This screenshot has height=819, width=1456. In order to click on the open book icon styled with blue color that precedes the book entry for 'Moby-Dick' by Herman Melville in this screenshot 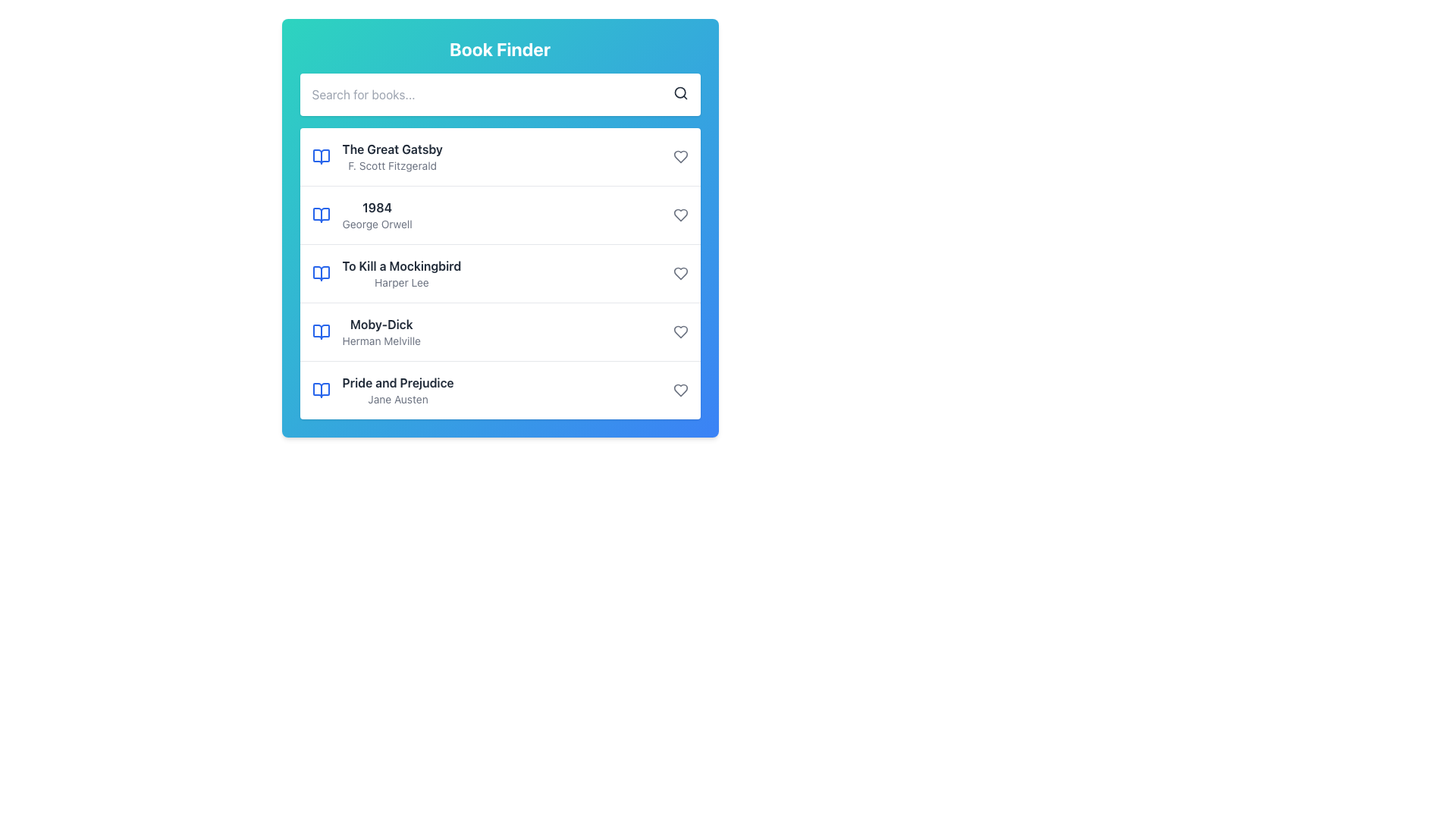, I will do `click(320, 331)`.